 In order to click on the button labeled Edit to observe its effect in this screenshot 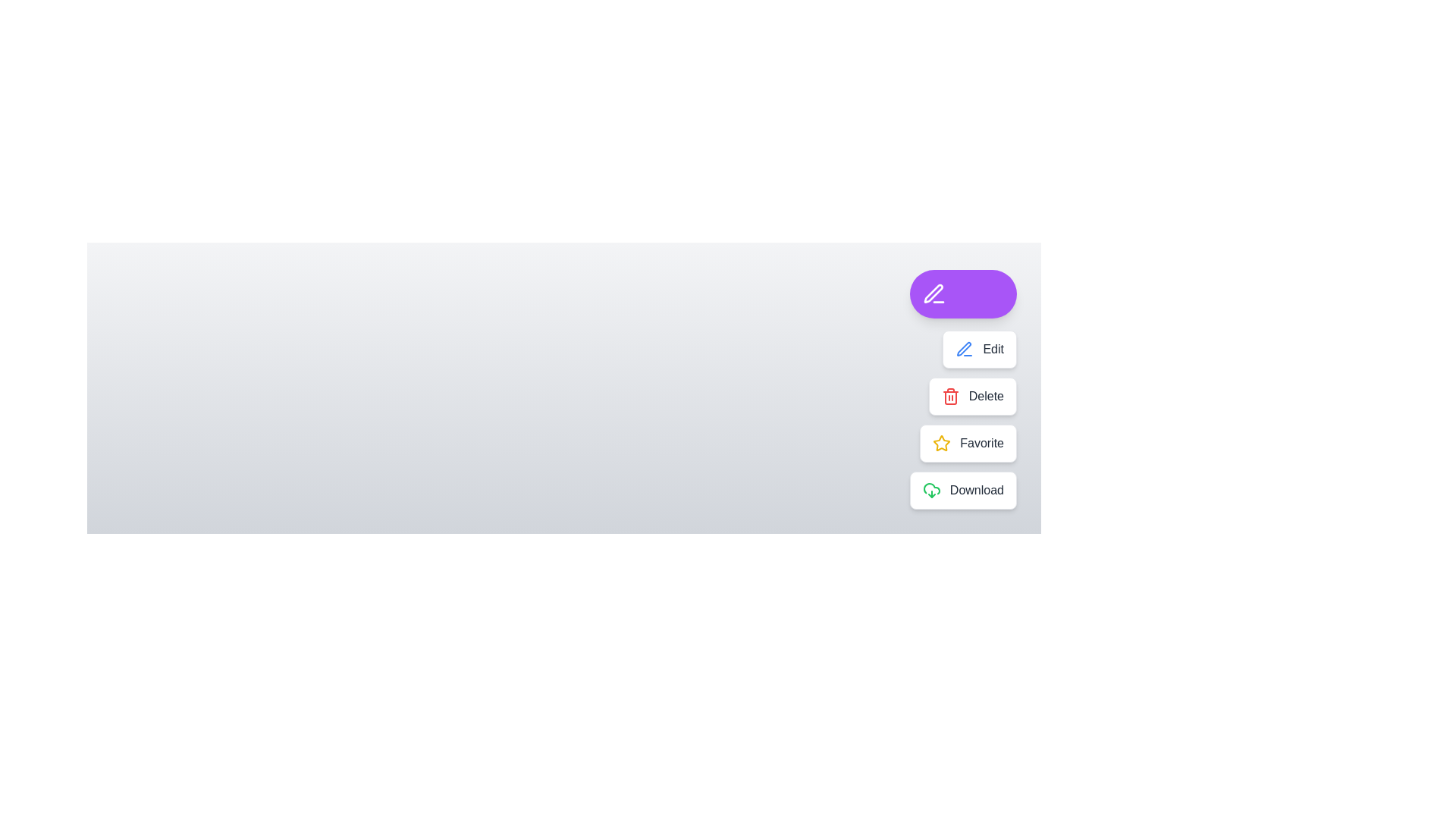, I will do `click(979, 350)`.